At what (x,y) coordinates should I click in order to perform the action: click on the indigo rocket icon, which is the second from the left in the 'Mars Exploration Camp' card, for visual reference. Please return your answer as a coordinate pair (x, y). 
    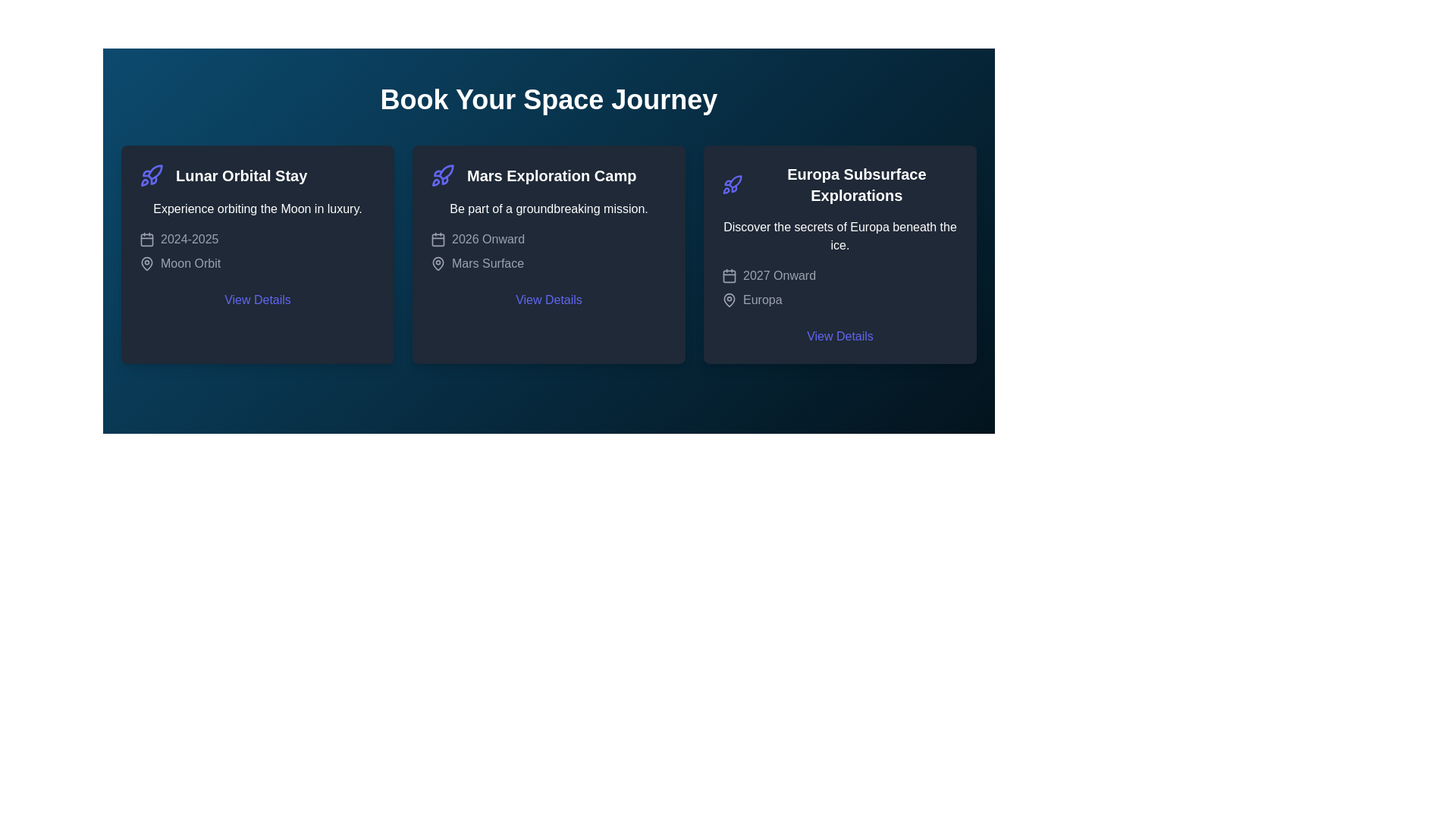
    Looking at the image, I should click on (445, 171).